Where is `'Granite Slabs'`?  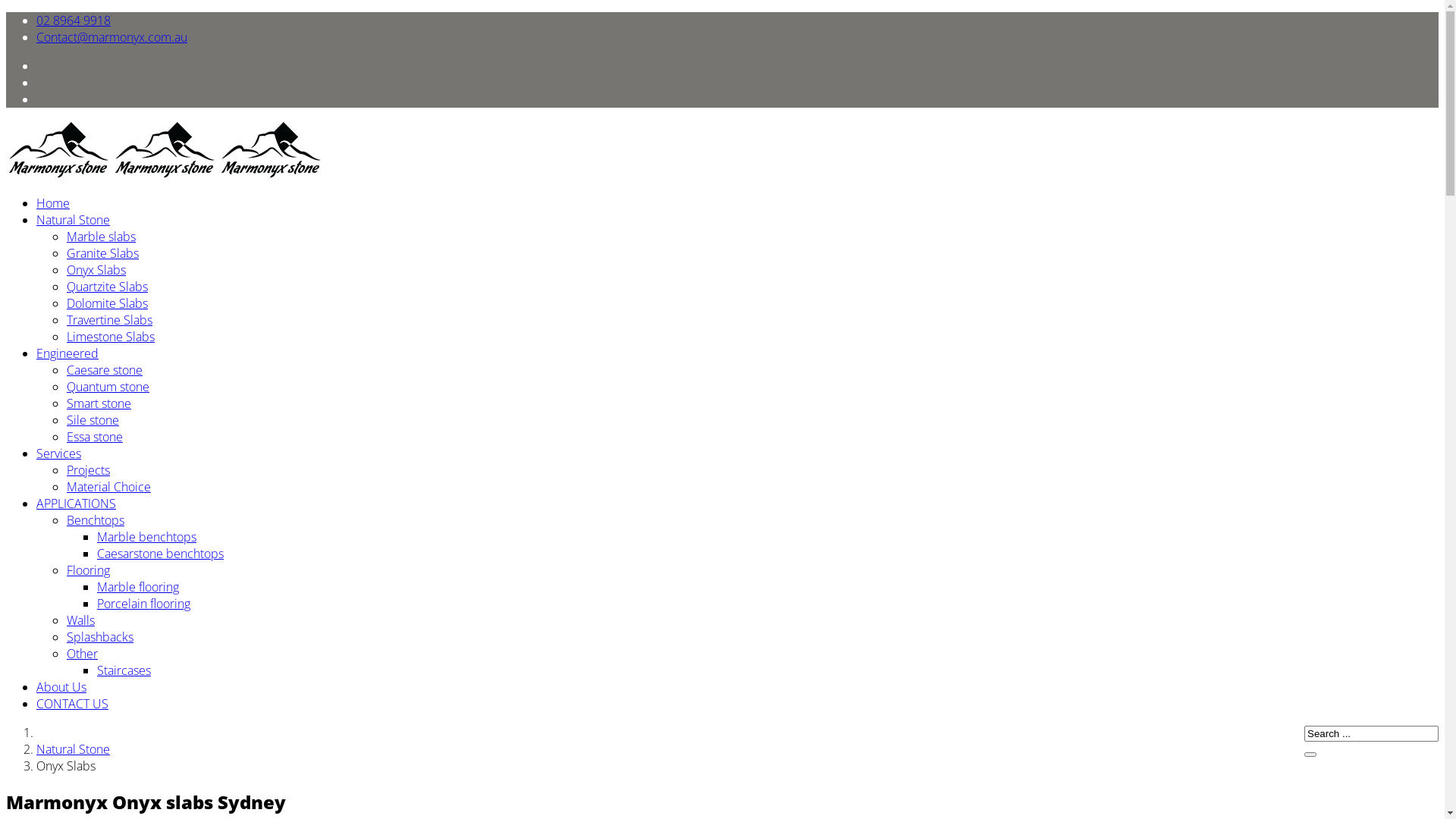
'Granite Slabs' is located at coordinates (102, 253).